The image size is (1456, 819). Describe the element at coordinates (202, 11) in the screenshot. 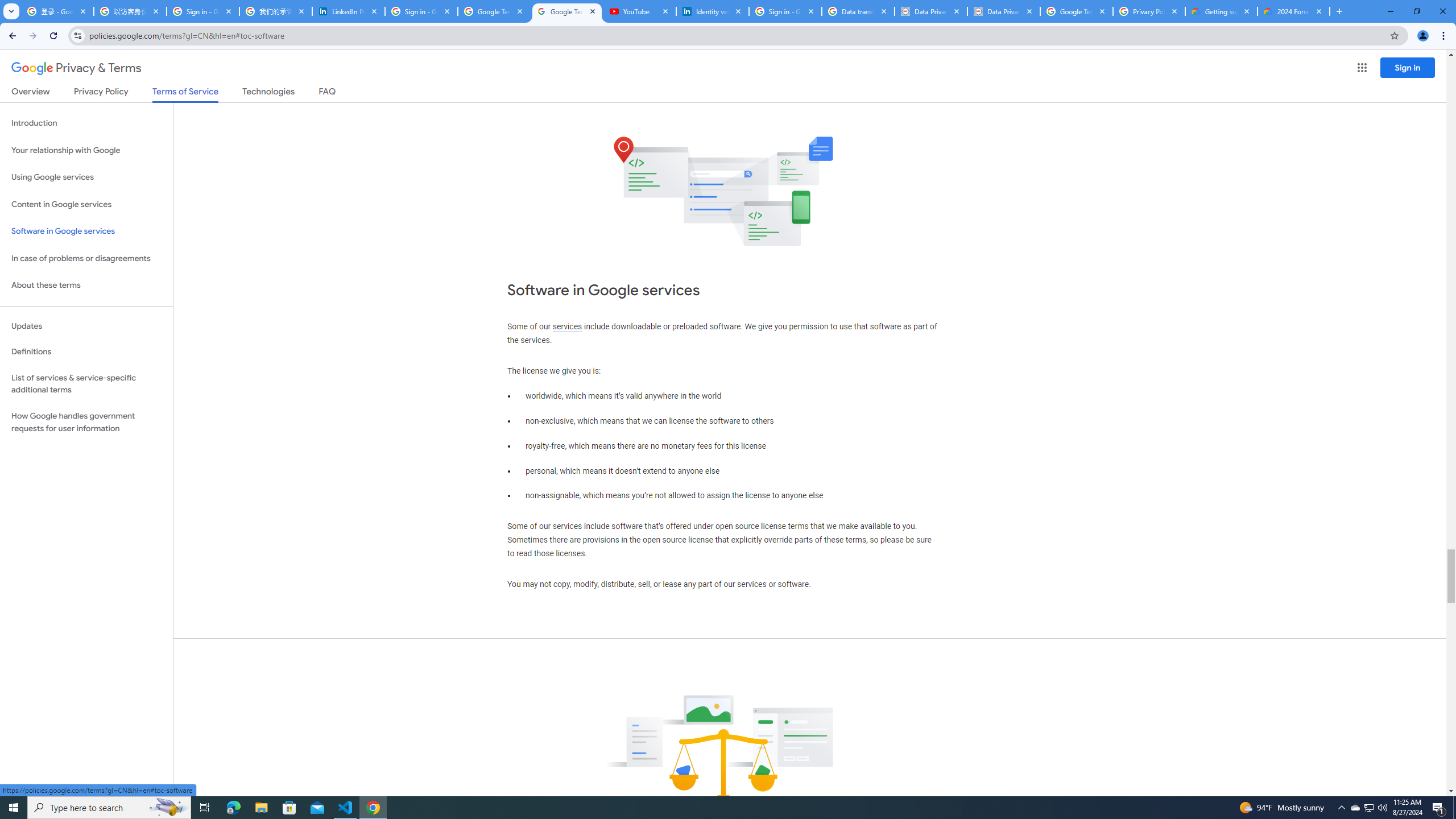

I see `'Sign in - Google Accounts'` at that location.